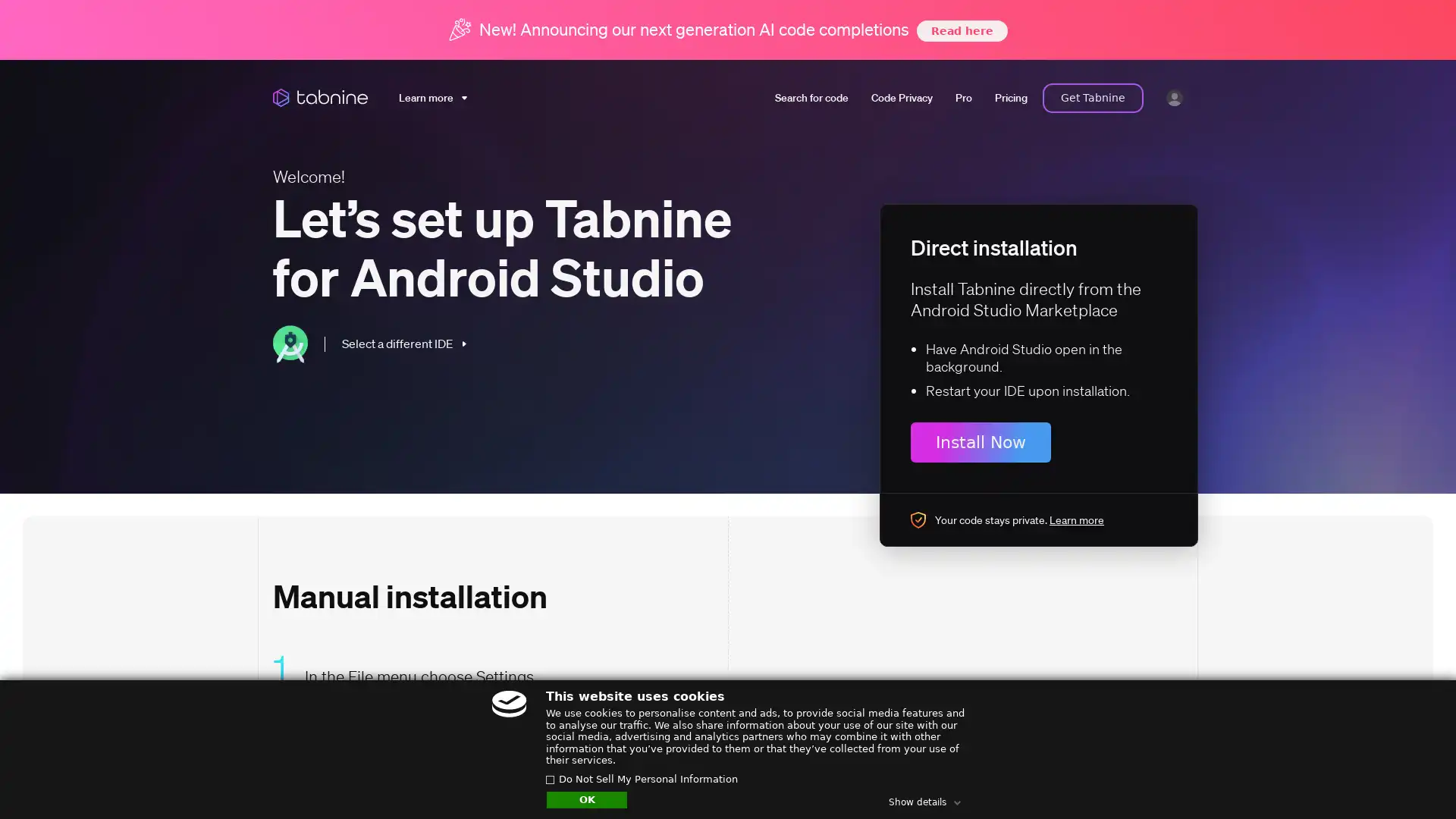 The width and height of the screenshot is (1456, 819). What do you see at coordinates (981, 442) in the screenshot?
I see `Install Now` at bounding box center [981, 442].